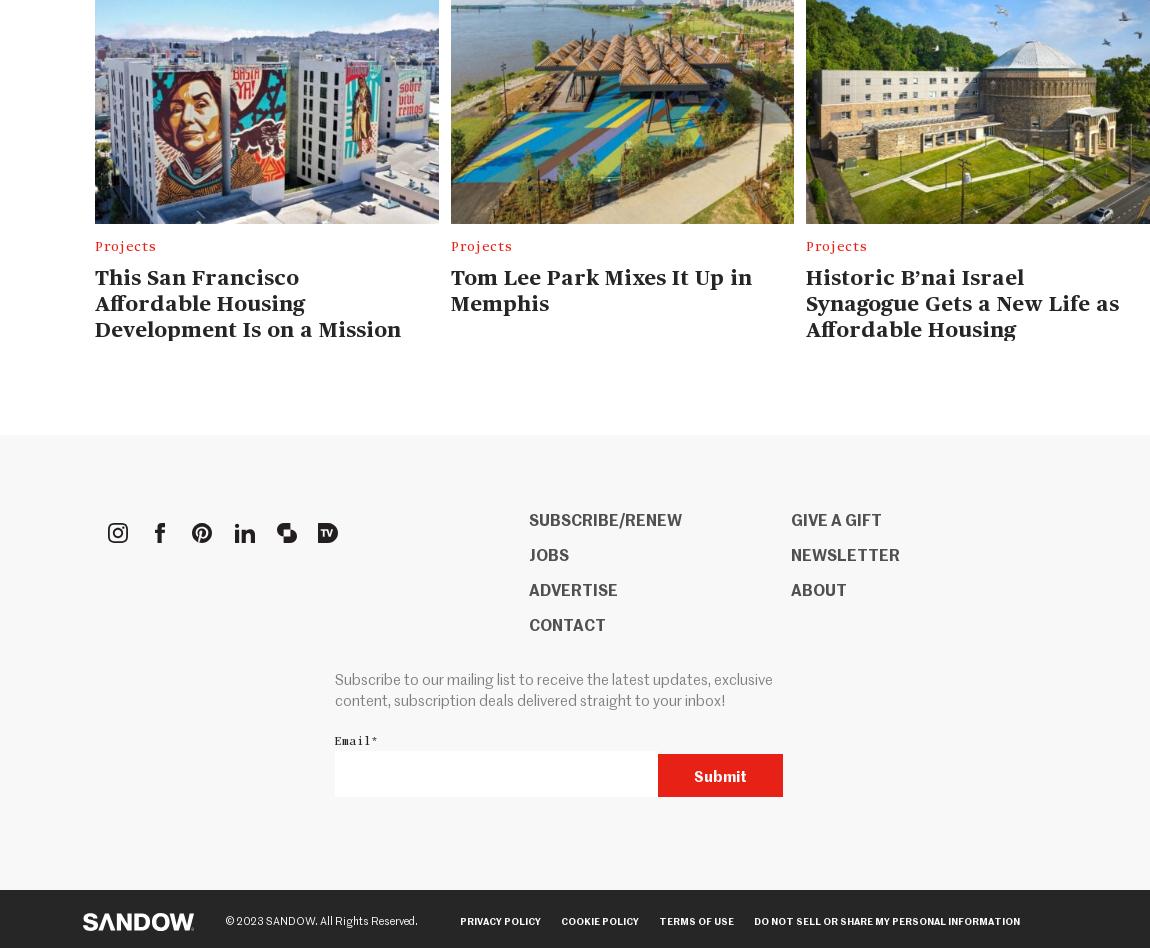 The image size is (1150, 948). Describe the element at coordinates (885, 919) in the screenshot. I see `'Do Not Sell or Share my Personal Information'` at that location.